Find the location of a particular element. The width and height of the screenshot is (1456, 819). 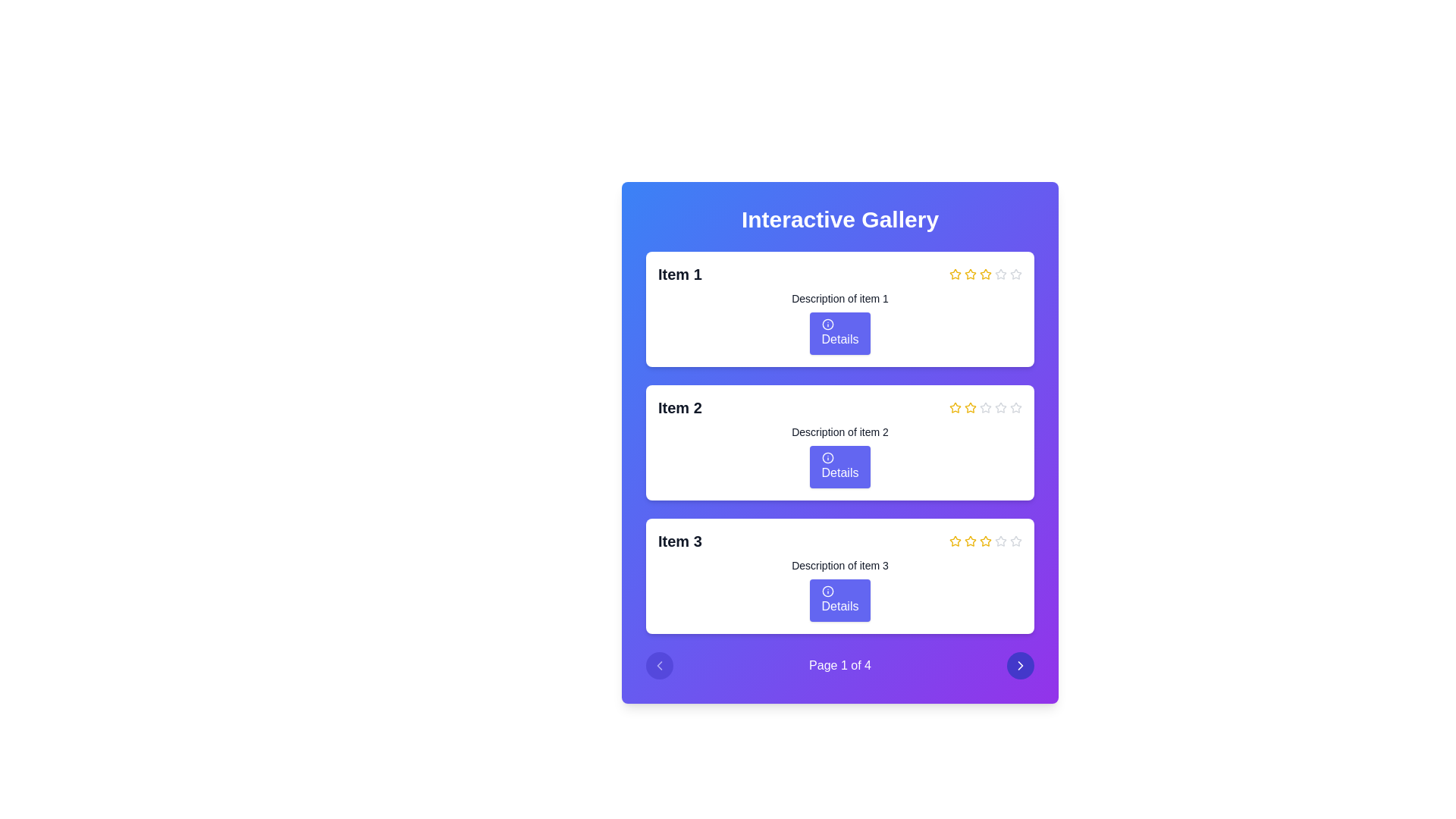

the fifth unfilled gray star icon in the 'Item 2' card of the gallery layout is located at coordinates (1015, 406).